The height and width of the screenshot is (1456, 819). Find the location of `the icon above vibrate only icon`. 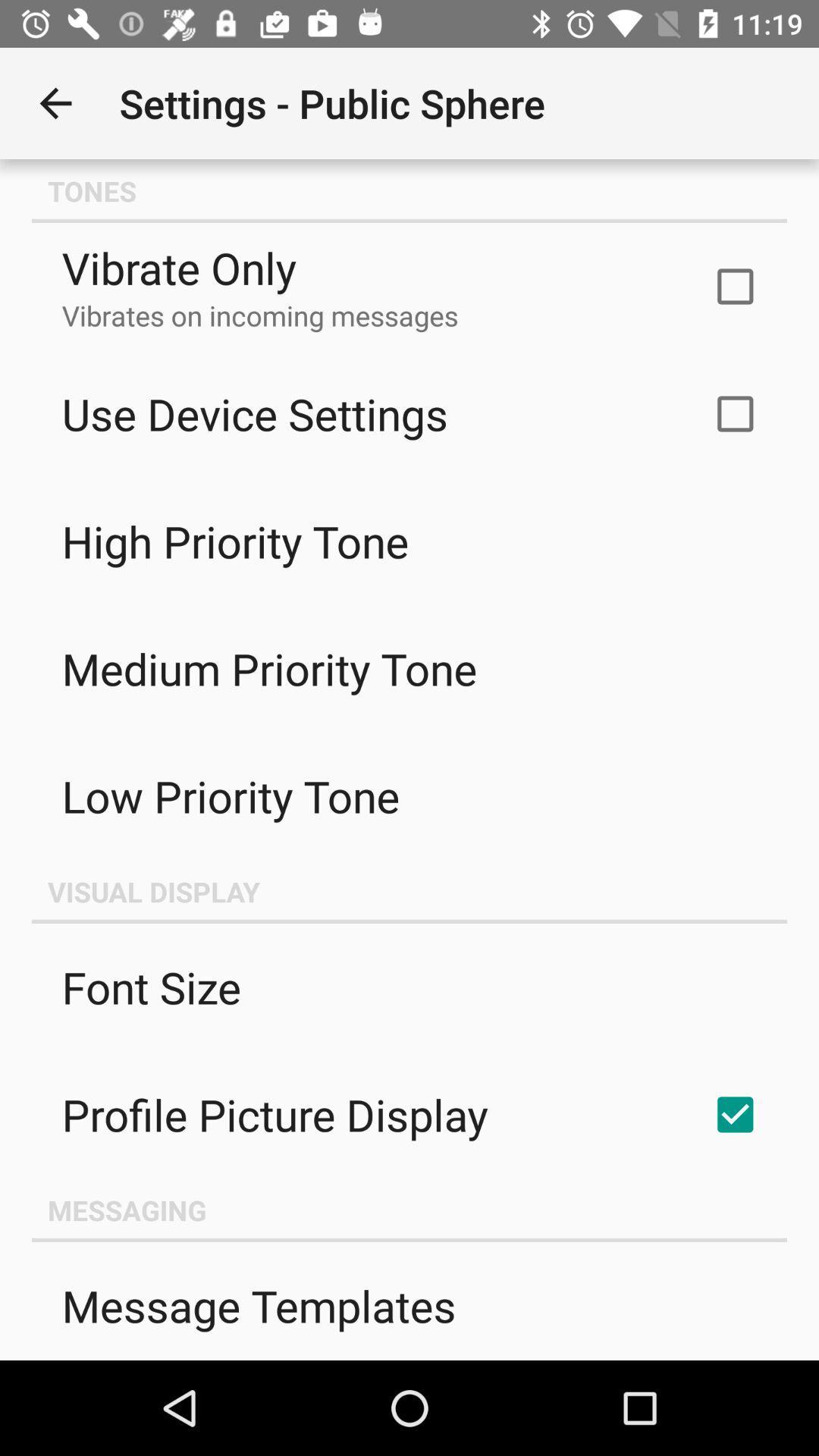

the icon above vibrate only icon is located at coordinates (409, 190).